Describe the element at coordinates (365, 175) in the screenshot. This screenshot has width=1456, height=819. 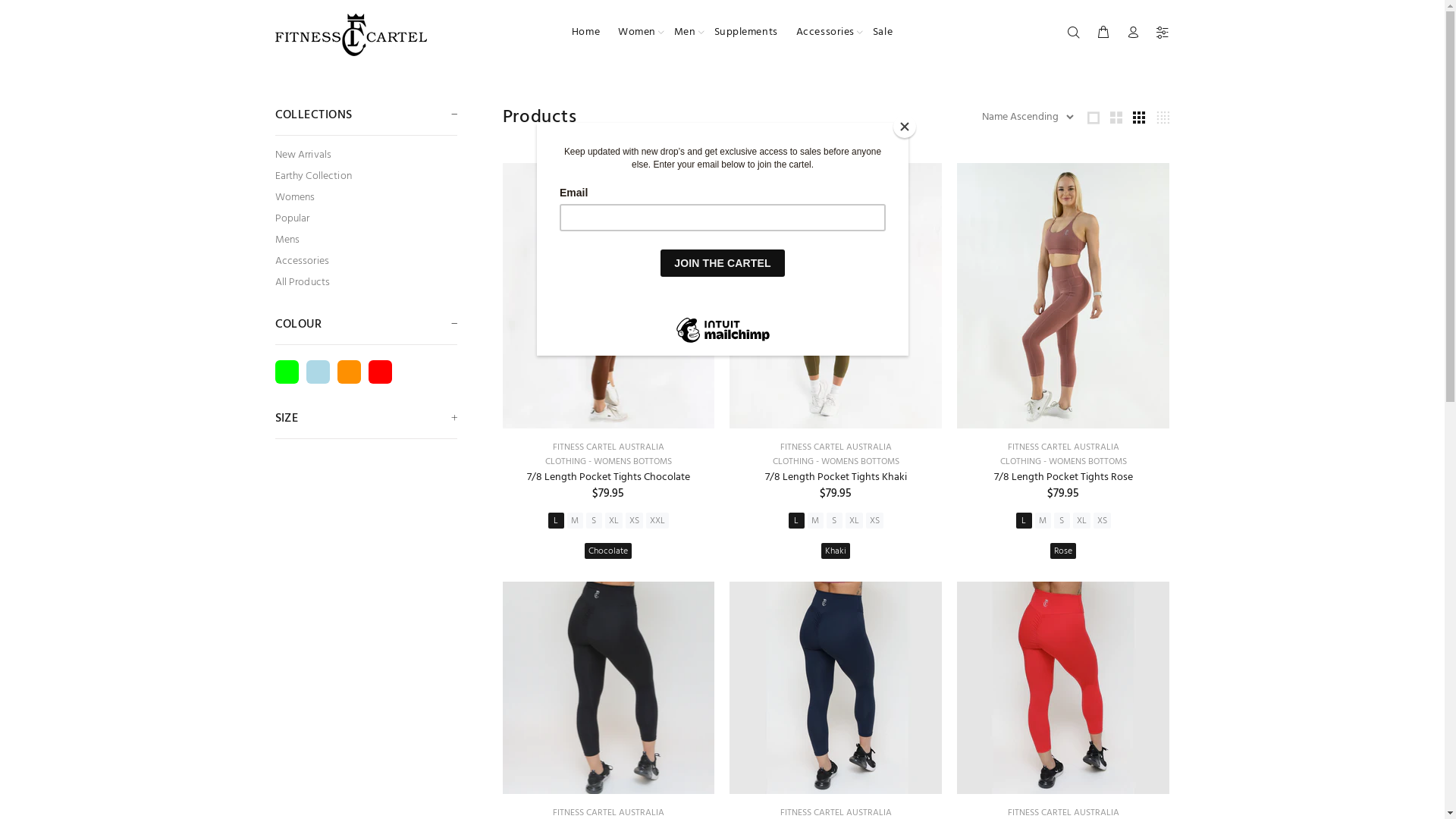
I see `'Earthy Collection'` at that location.